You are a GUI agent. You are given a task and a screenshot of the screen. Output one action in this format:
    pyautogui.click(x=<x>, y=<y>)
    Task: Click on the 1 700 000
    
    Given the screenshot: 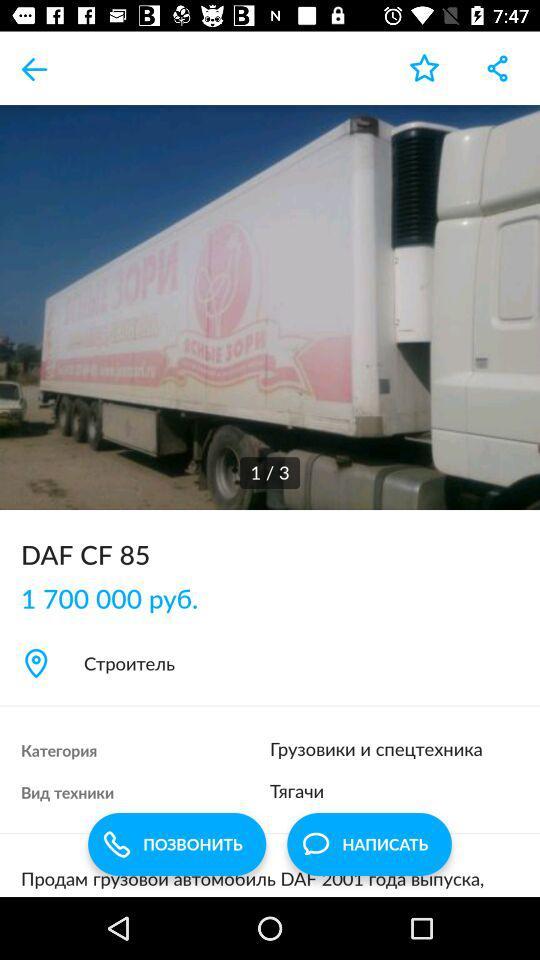 What is the action you would take?
    pyautogui.click(x=120, y=598)
    